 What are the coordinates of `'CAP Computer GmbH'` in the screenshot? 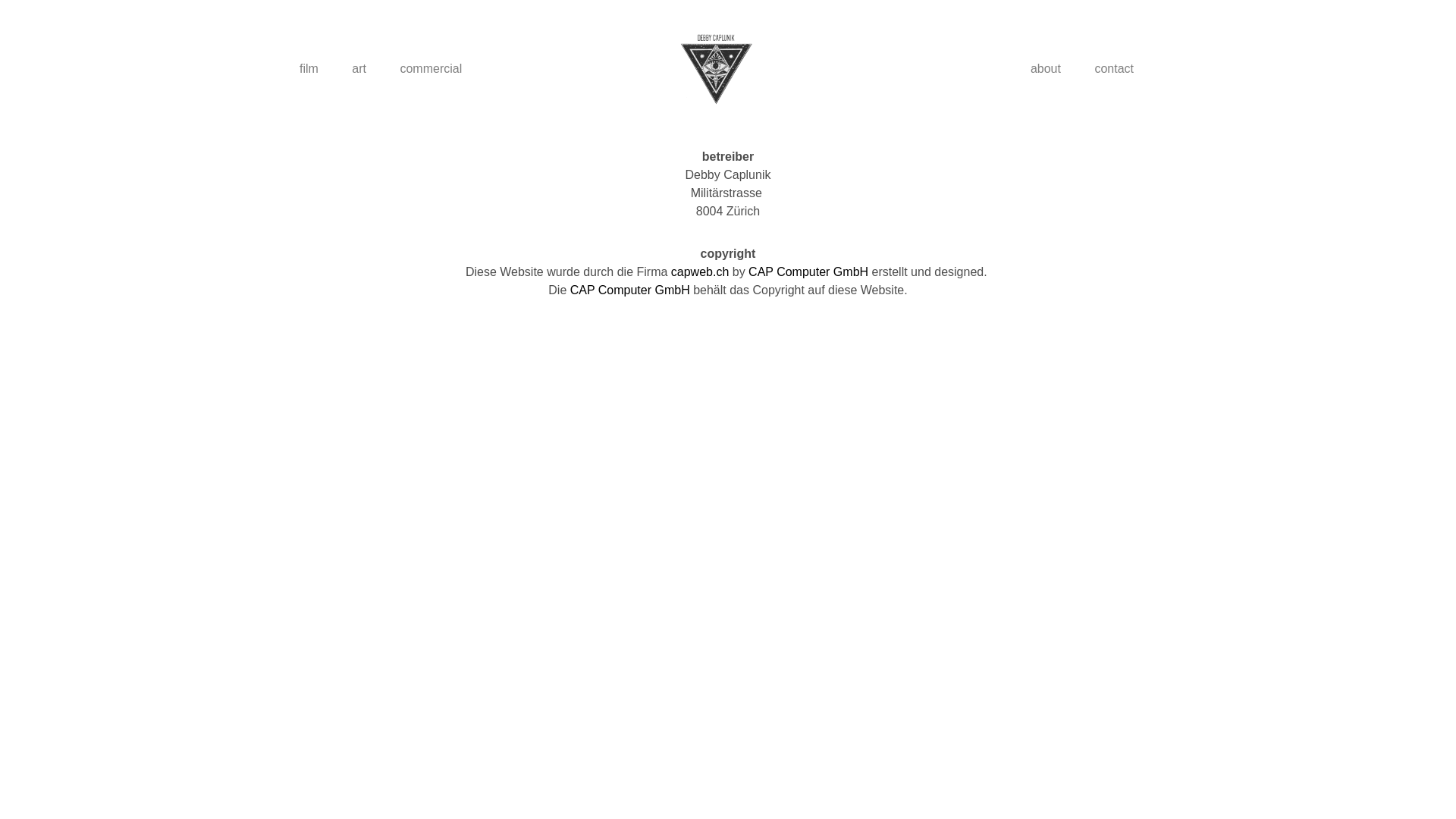 It's located at (629, 290).